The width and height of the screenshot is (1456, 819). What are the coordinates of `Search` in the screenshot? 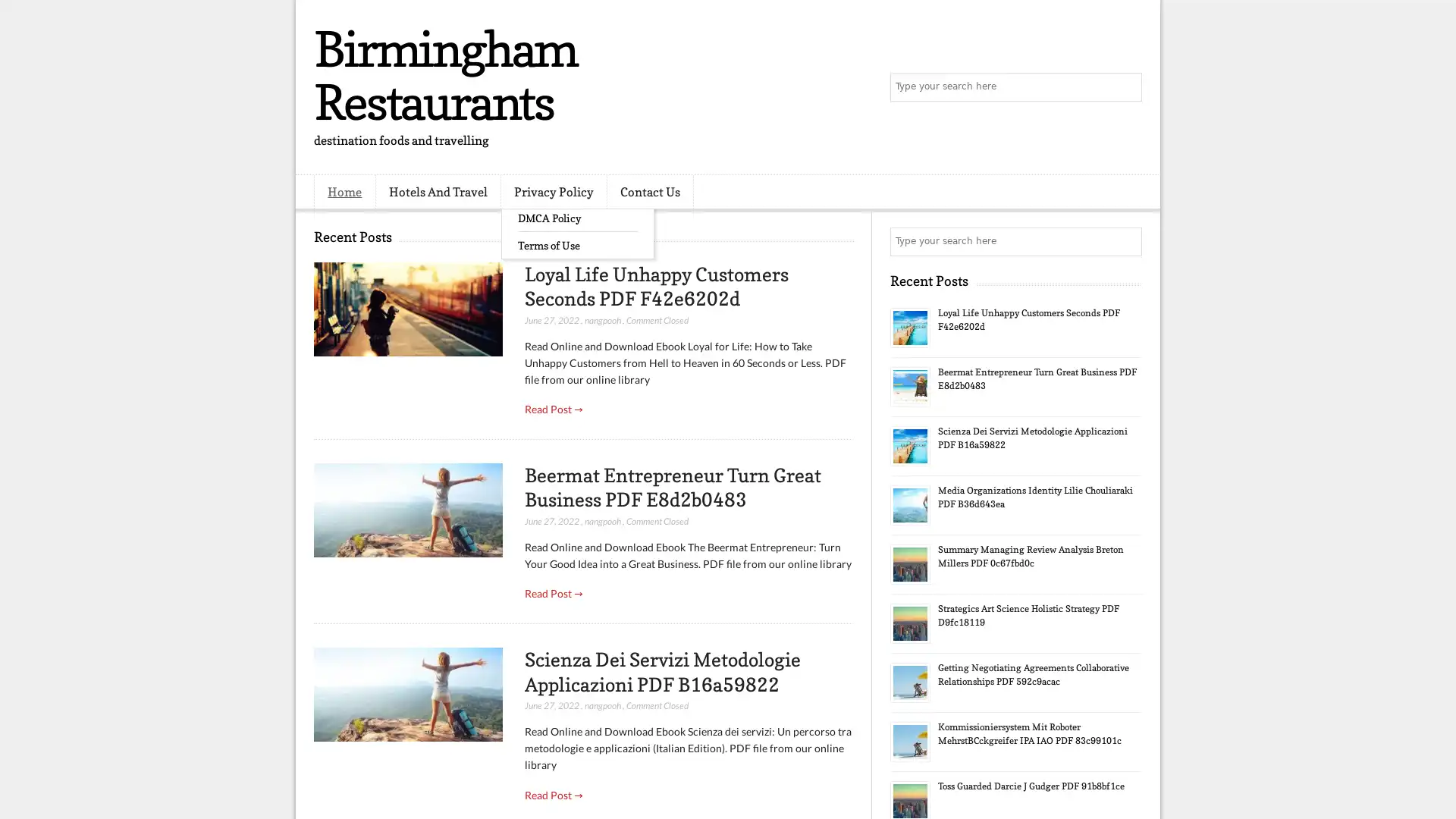 It's located at (1126, 241).